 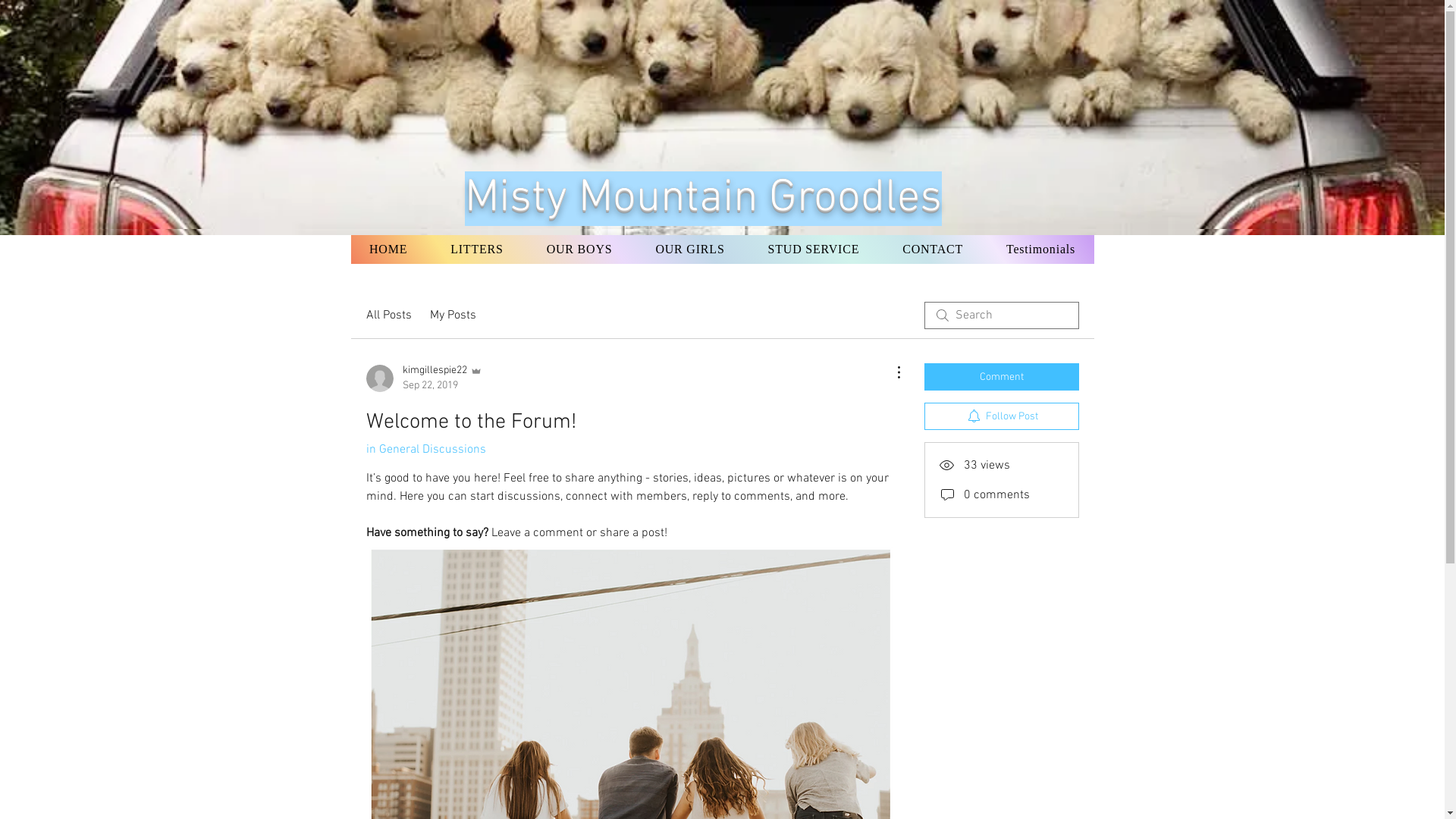 I want to click on 'HOME', so click(x=349, y=248).